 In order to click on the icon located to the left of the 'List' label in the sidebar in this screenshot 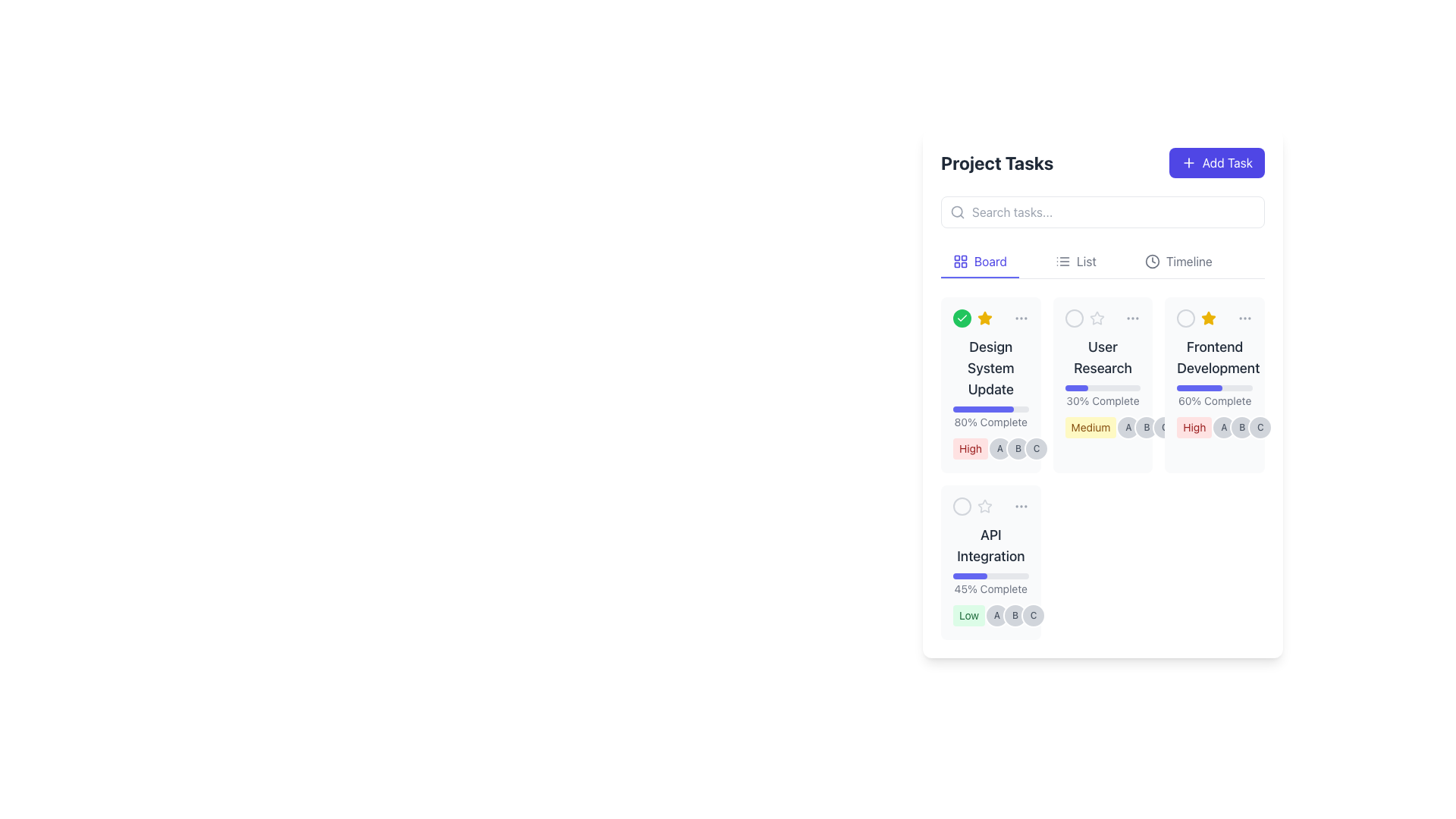, I will do `click(1062, 260)`.